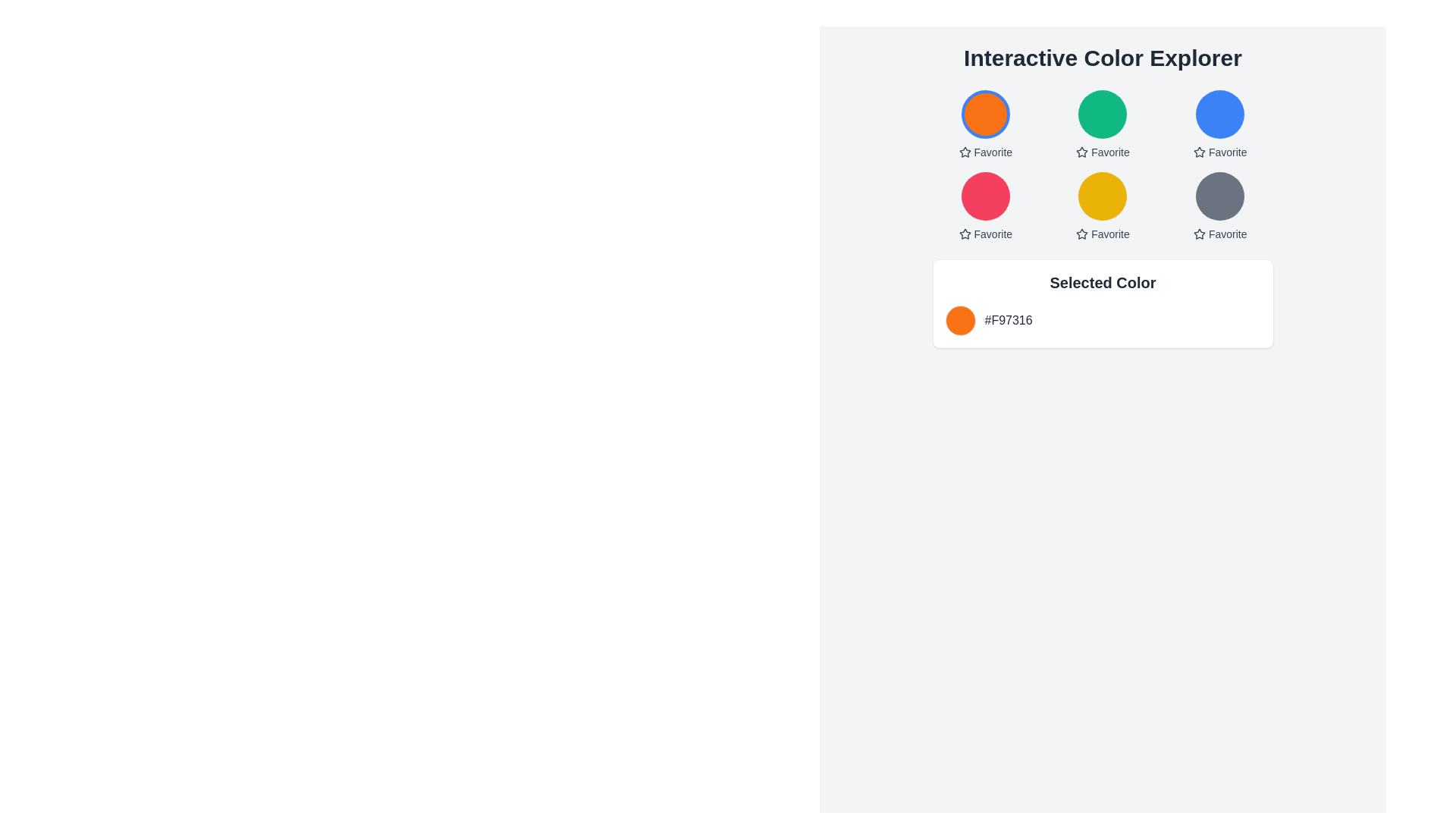 This screenshot has height=819, width=1456. What do you see at coordinates (1081, 234) in the screenshot?
I see `the star icon located below the yellow color circle in the second row of the color selector grid` at bounding box center [1081, 234].